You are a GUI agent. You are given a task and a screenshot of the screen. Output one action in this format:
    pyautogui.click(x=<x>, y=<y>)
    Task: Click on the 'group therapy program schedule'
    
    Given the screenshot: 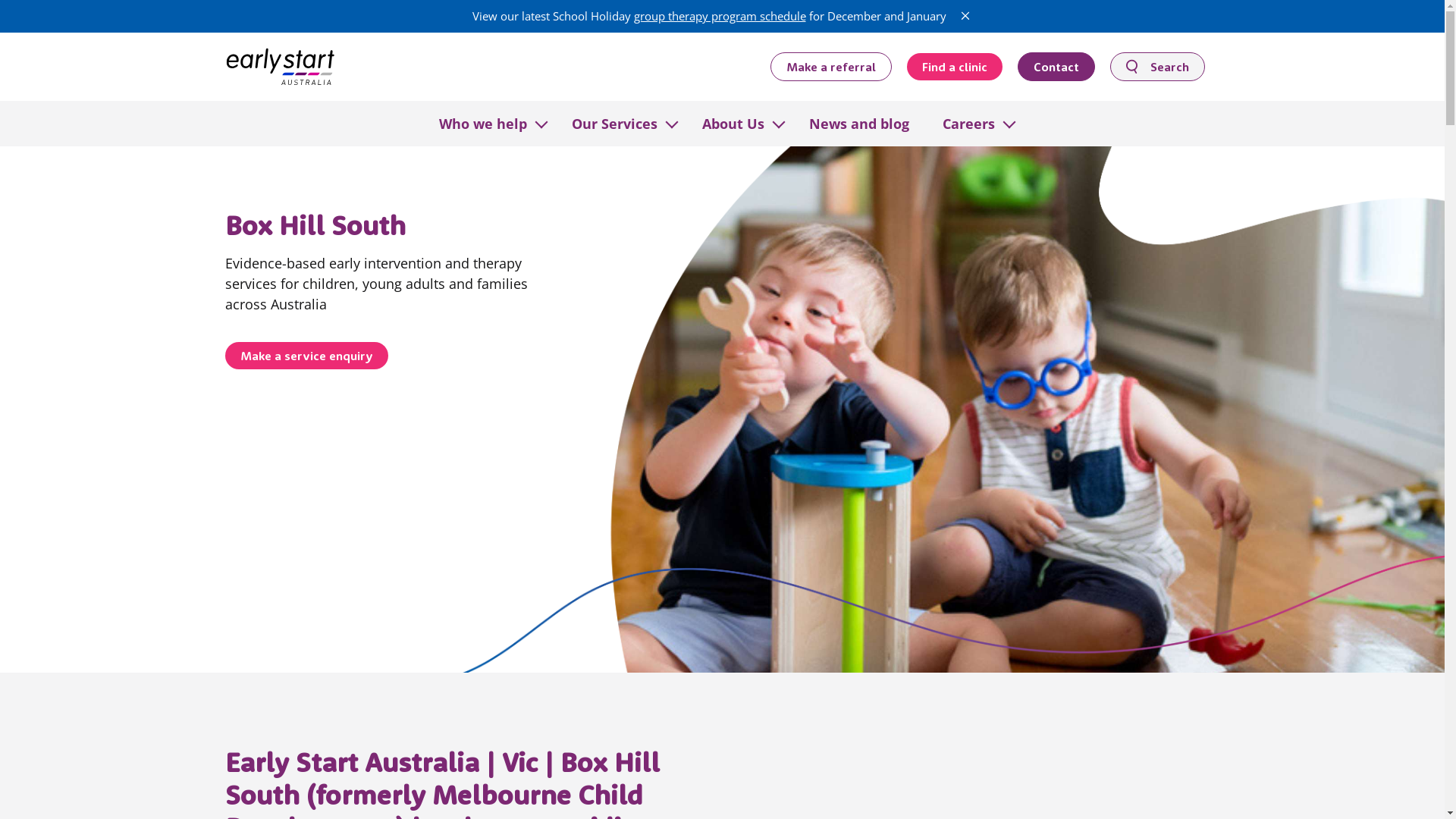 What is the action you would take?
    pyautogui.click(x=633, y=15)
    